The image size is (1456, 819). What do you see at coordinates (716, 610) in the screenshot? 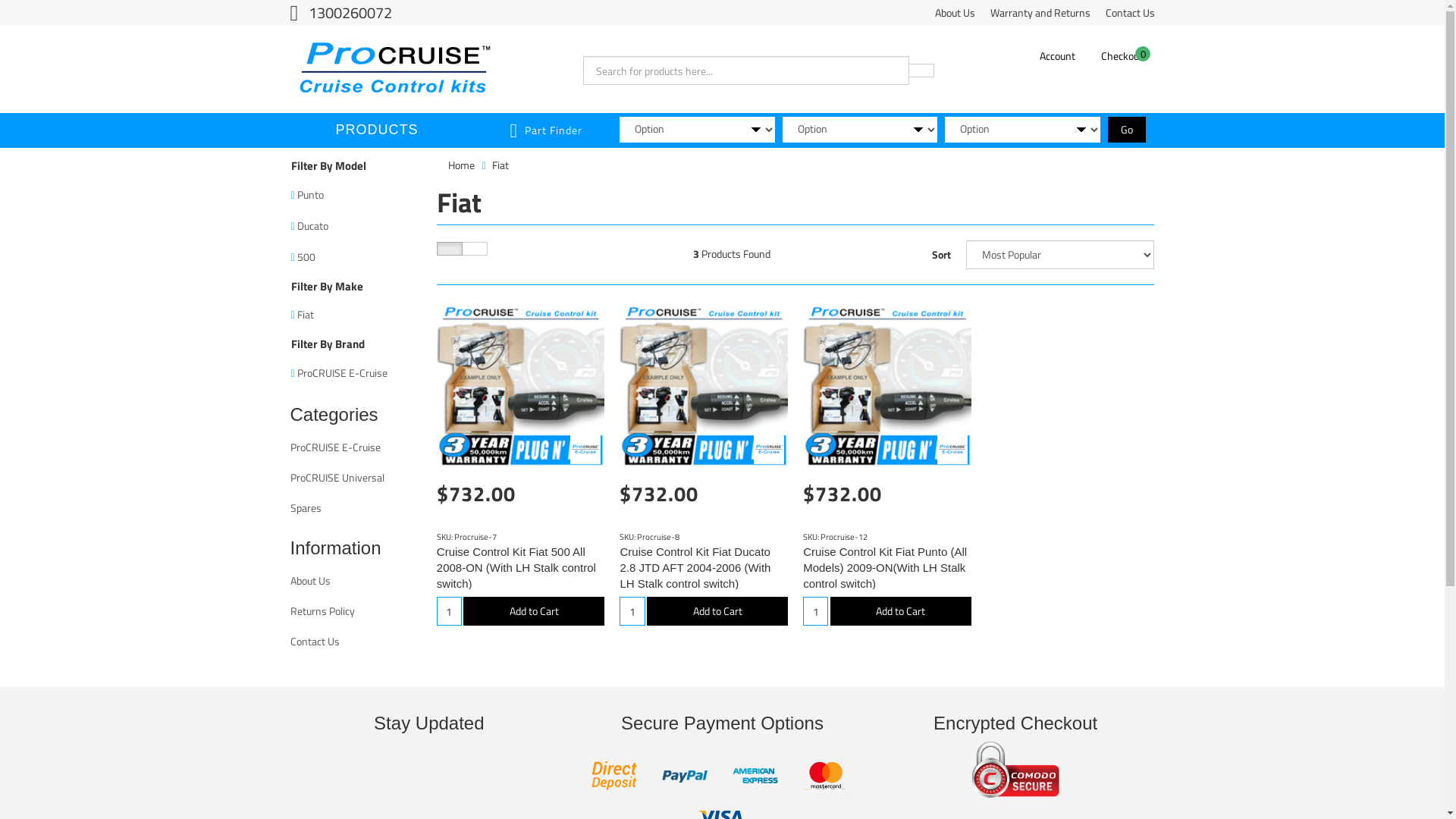
I see `'Add to Cart'` at bounding box center [716, 610].